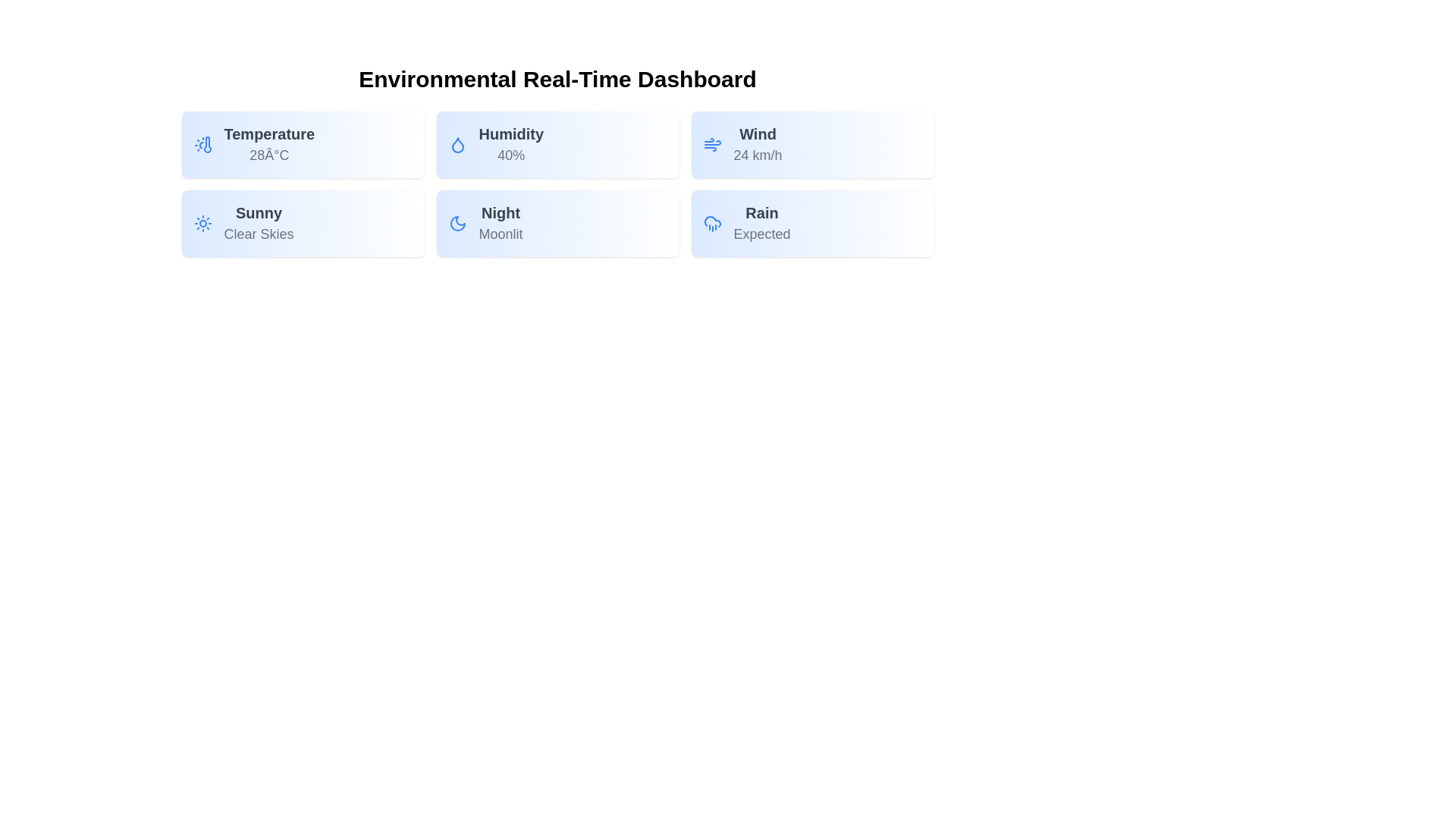 The image size is (1456, 819). Describe the element at coordinates (303, 145) in the screenshot. I see `temperature value displayed in the informational widget which shows 'Temperature' and '28°C' with a blue thermometer icon on the left` at that location.